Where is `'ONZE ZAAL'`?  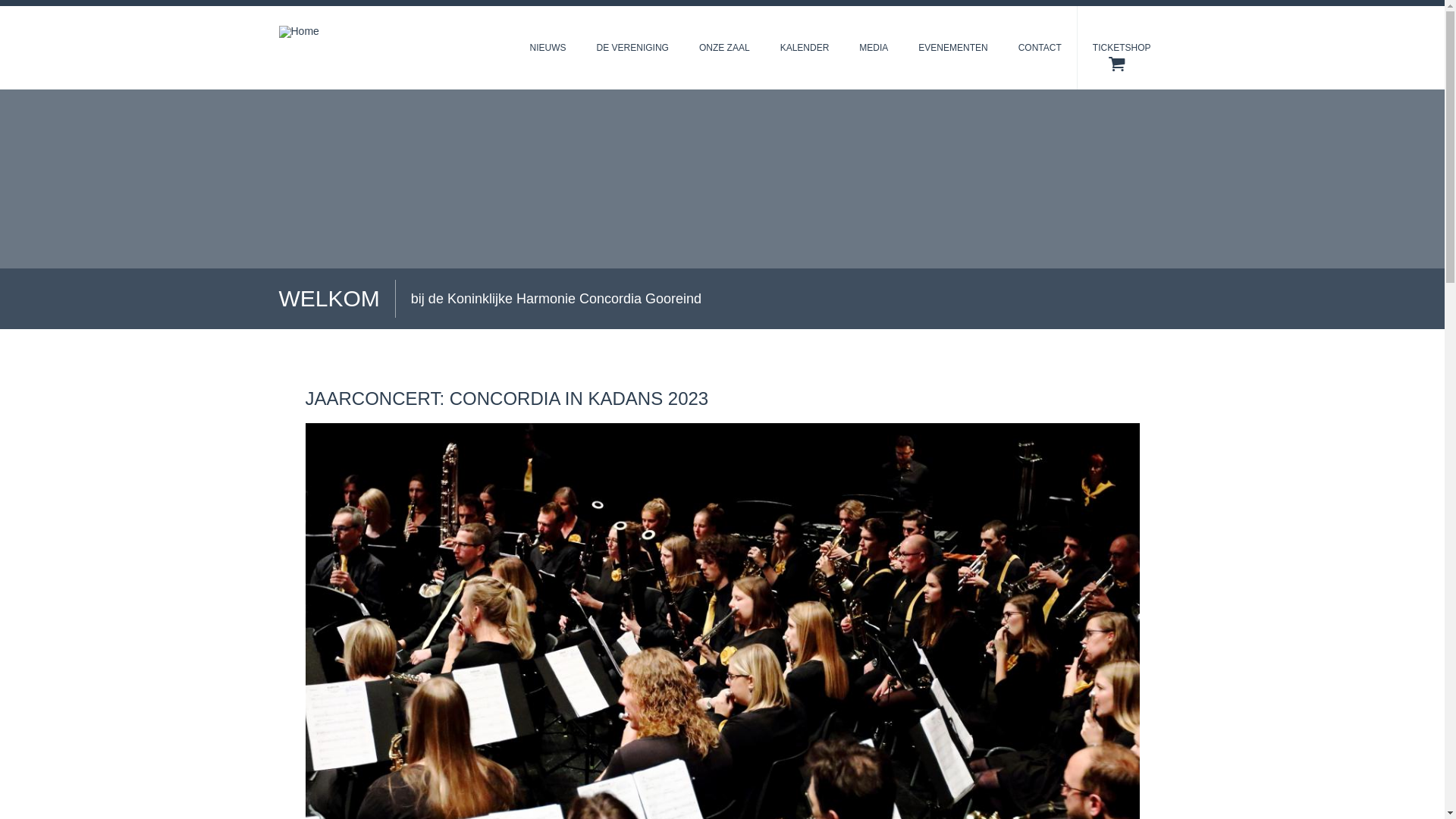
'ONZE ZAAL' is located at coordinates (683, 46).